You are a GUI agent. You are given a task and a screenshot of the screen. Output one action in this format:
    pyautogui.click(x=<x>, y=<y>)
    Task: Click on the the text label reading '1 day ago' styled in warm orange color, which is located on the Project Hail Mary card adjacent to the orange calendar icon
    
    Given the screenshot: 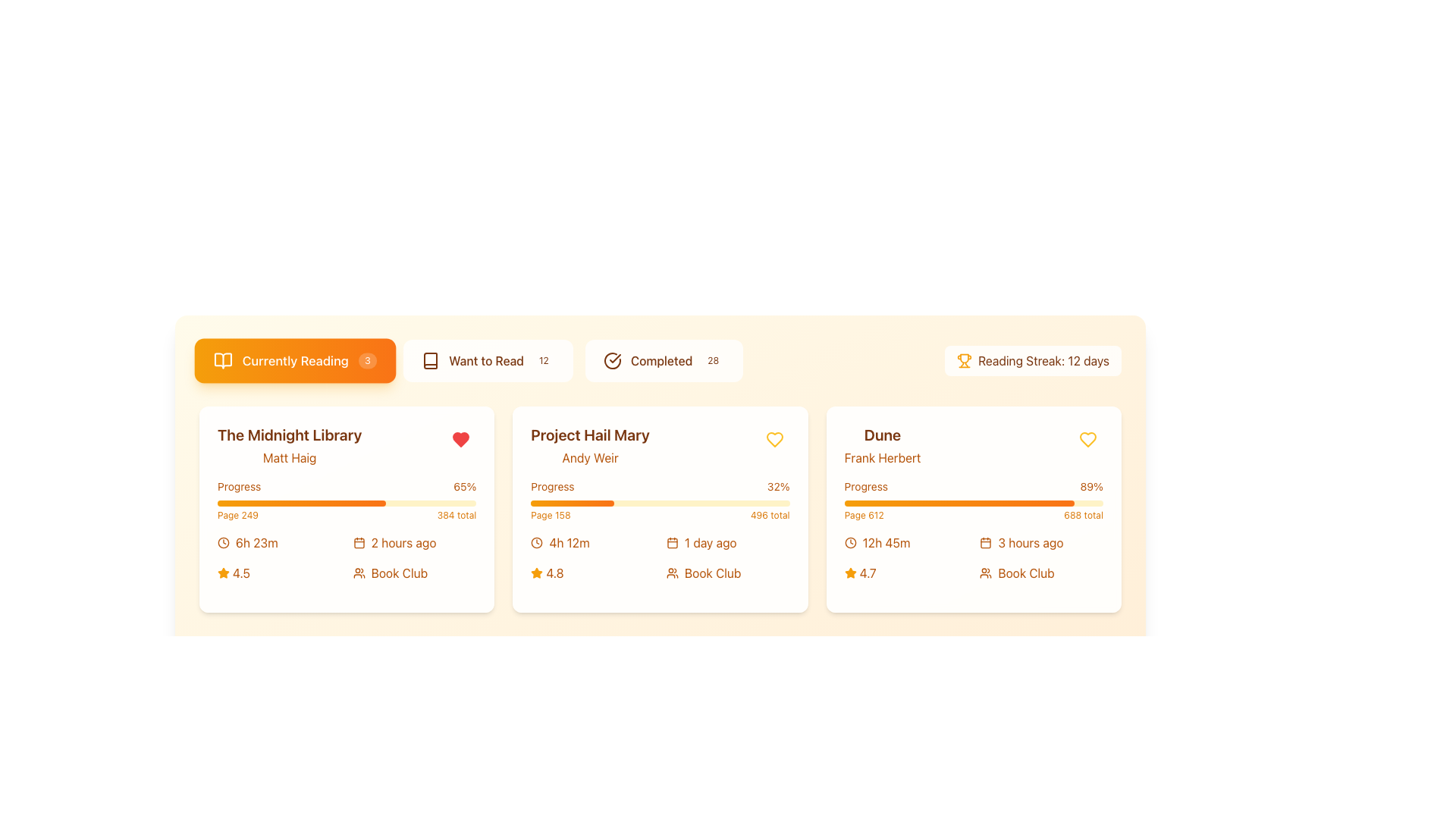 What is the action you would take?
    pyautogui.click(x=710, y=542)
    